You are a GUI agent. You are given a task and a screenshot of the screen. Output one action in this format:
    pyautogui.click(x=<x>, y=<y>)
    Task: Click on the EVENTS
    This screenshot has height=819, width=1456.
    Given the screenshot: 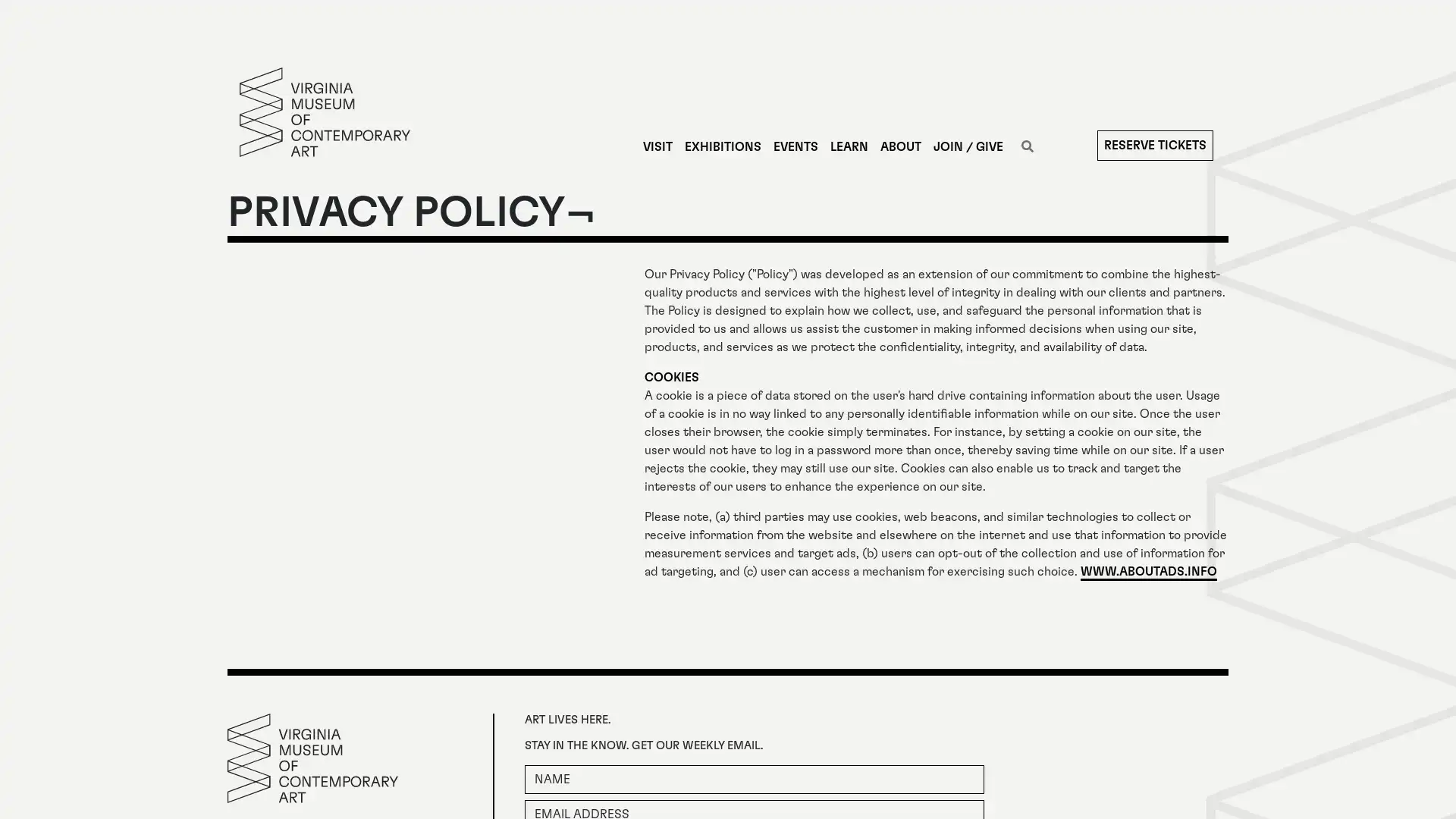 What is the action you would take?
    pyautogui.click(x=794, y=146)
    